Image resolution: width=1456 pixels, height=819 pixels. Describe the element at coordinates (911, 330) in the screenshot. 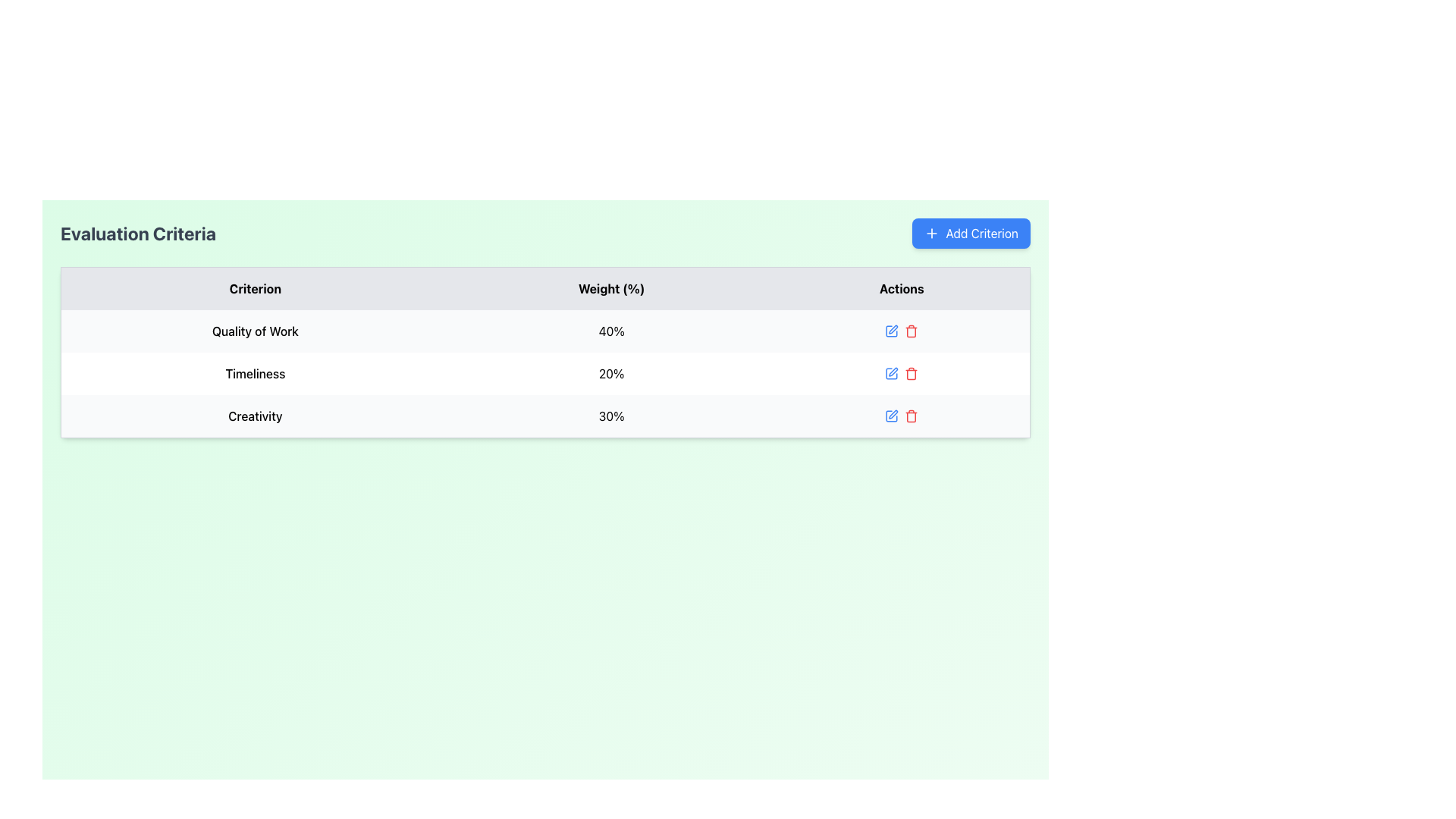

I see `the red trash can icon button in the 'Actions' column for the 'Quality of Work' row` at that location.